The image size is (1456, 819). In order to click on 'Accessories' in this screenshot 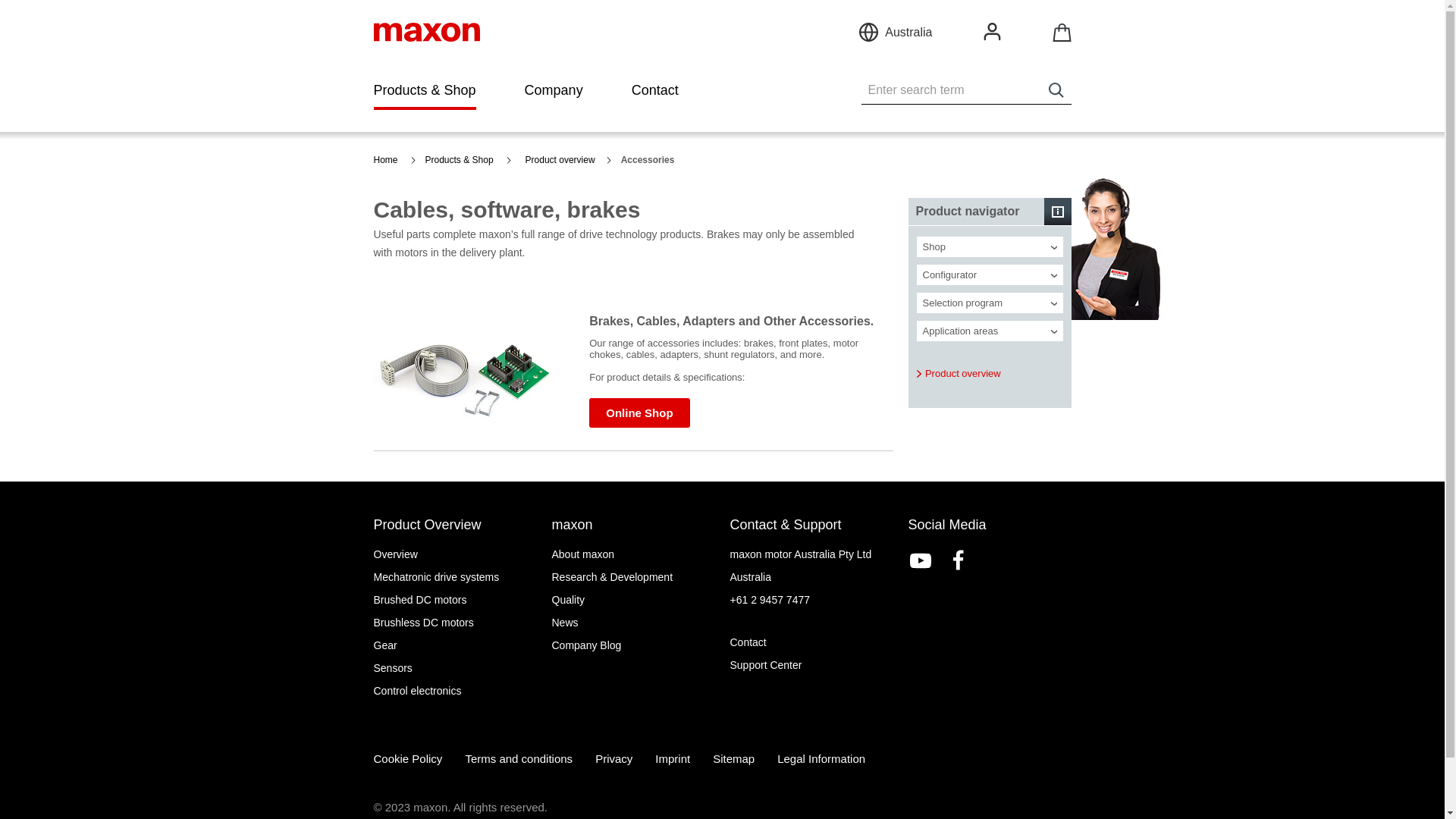, I will do `click(652, 160)`.